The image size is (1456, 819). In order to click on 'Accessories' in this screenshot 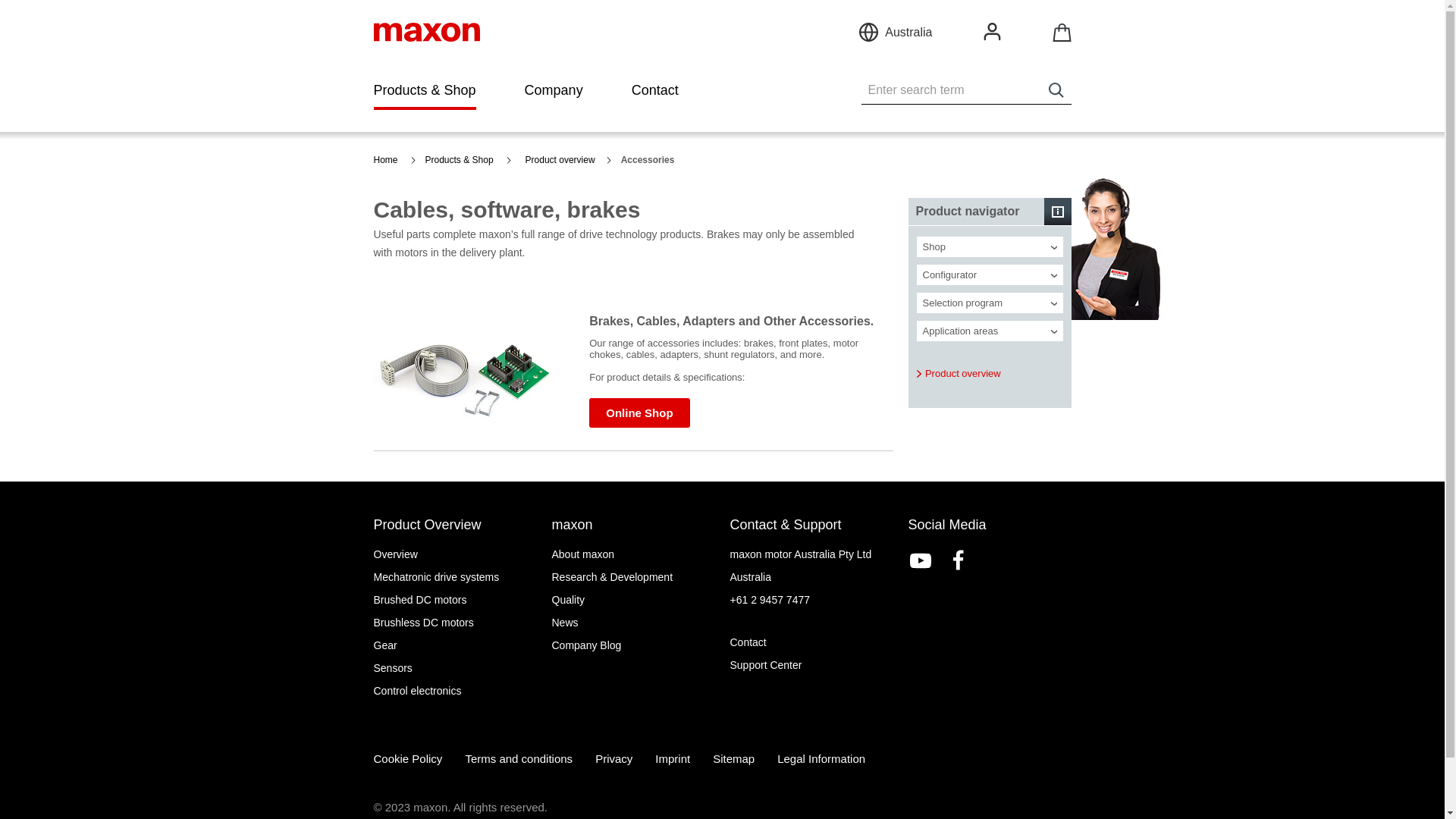, I will do `click(652, 160)`.